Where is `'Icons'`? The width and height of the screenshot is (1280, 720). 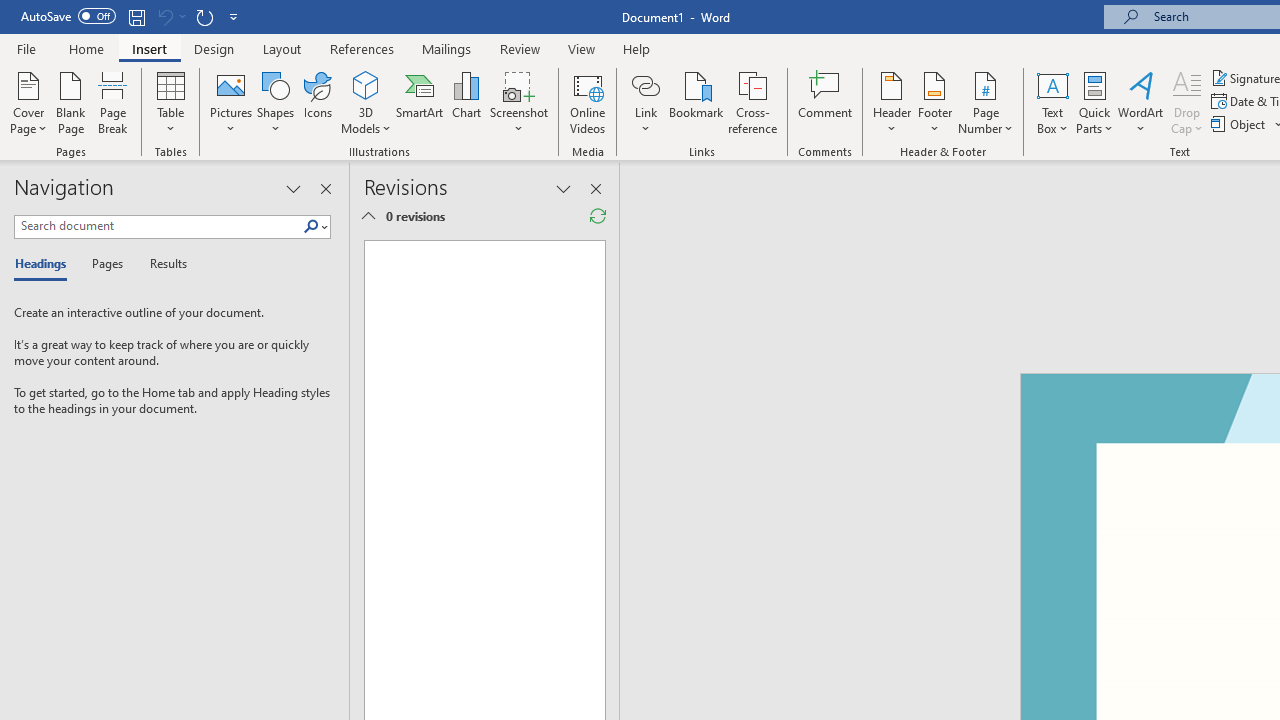
'Icons' is located at coordinates (317, 103).